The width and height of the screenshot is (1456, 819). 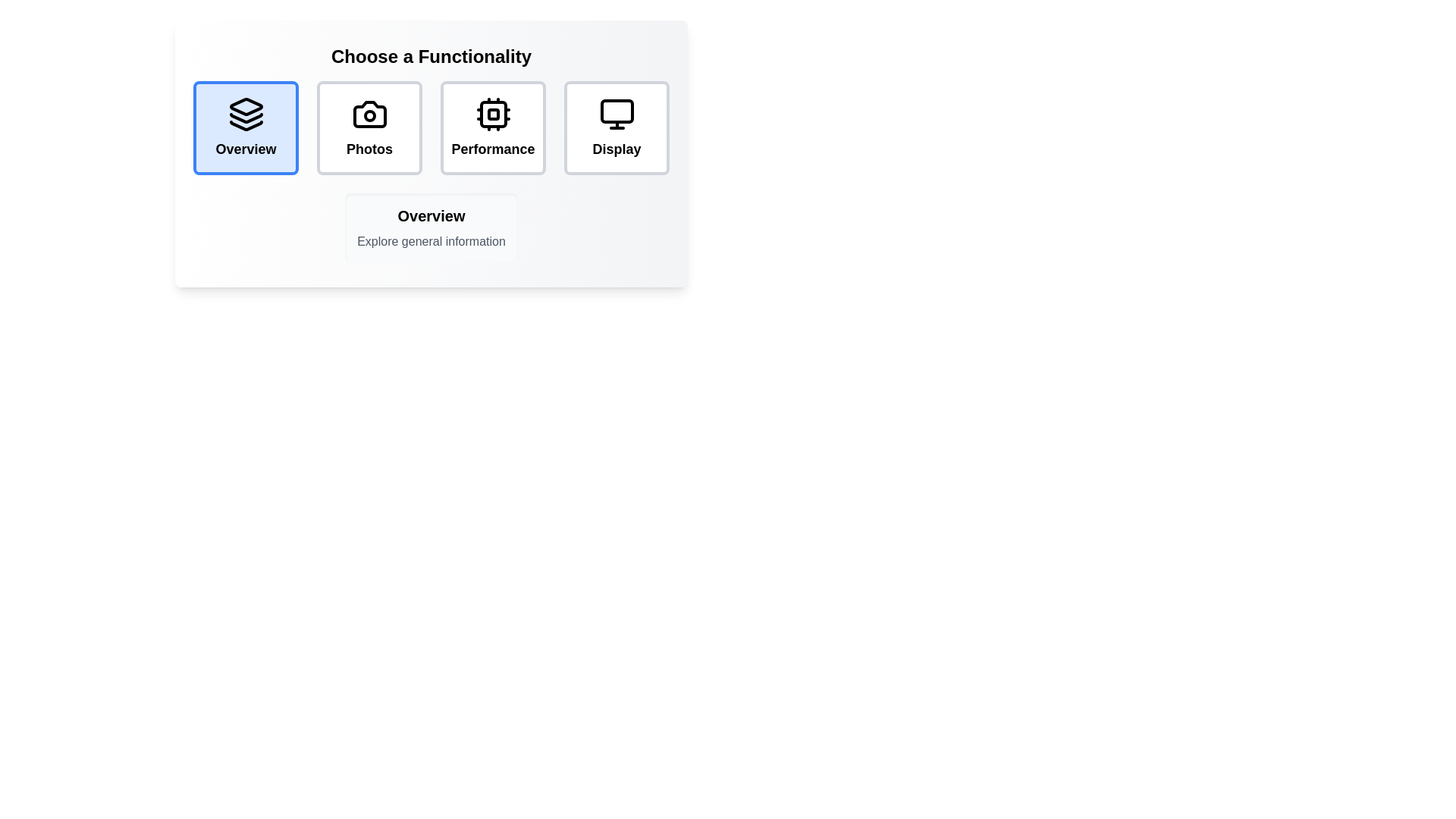 What do you see at coordinates (246, 127) in the screenshot?
I see `the first button in the row of four buttons labeled 'Choose a Functionality'` at bounding box center [246, 127].